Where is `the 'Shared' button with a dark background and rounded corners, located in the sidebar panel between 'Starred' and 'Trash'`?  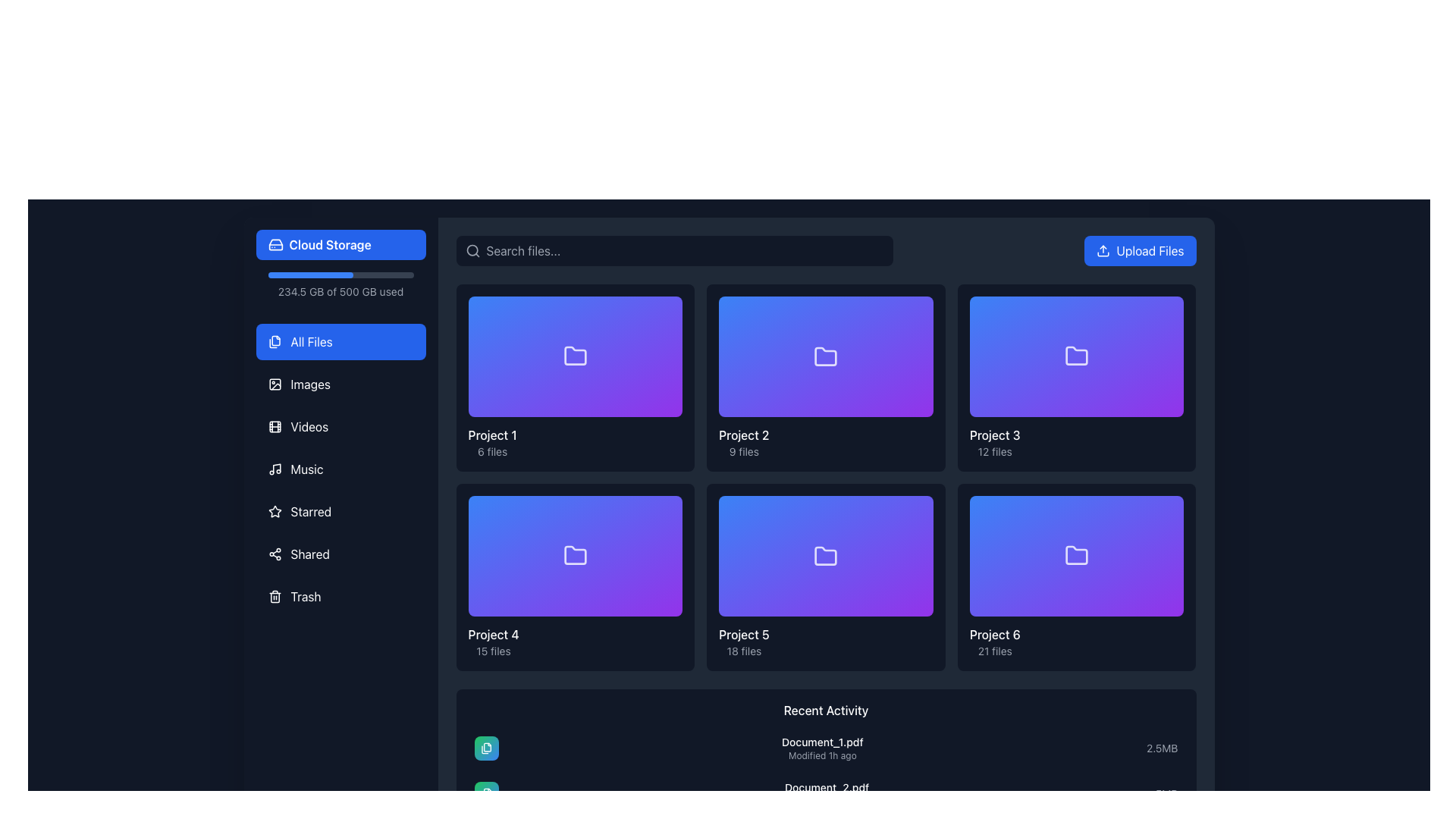 the 'Shared' button with a dark background and rounded corners, located in the sidebar panel between 'Starred' and 'Trash' is located at coordinates (340, 554).